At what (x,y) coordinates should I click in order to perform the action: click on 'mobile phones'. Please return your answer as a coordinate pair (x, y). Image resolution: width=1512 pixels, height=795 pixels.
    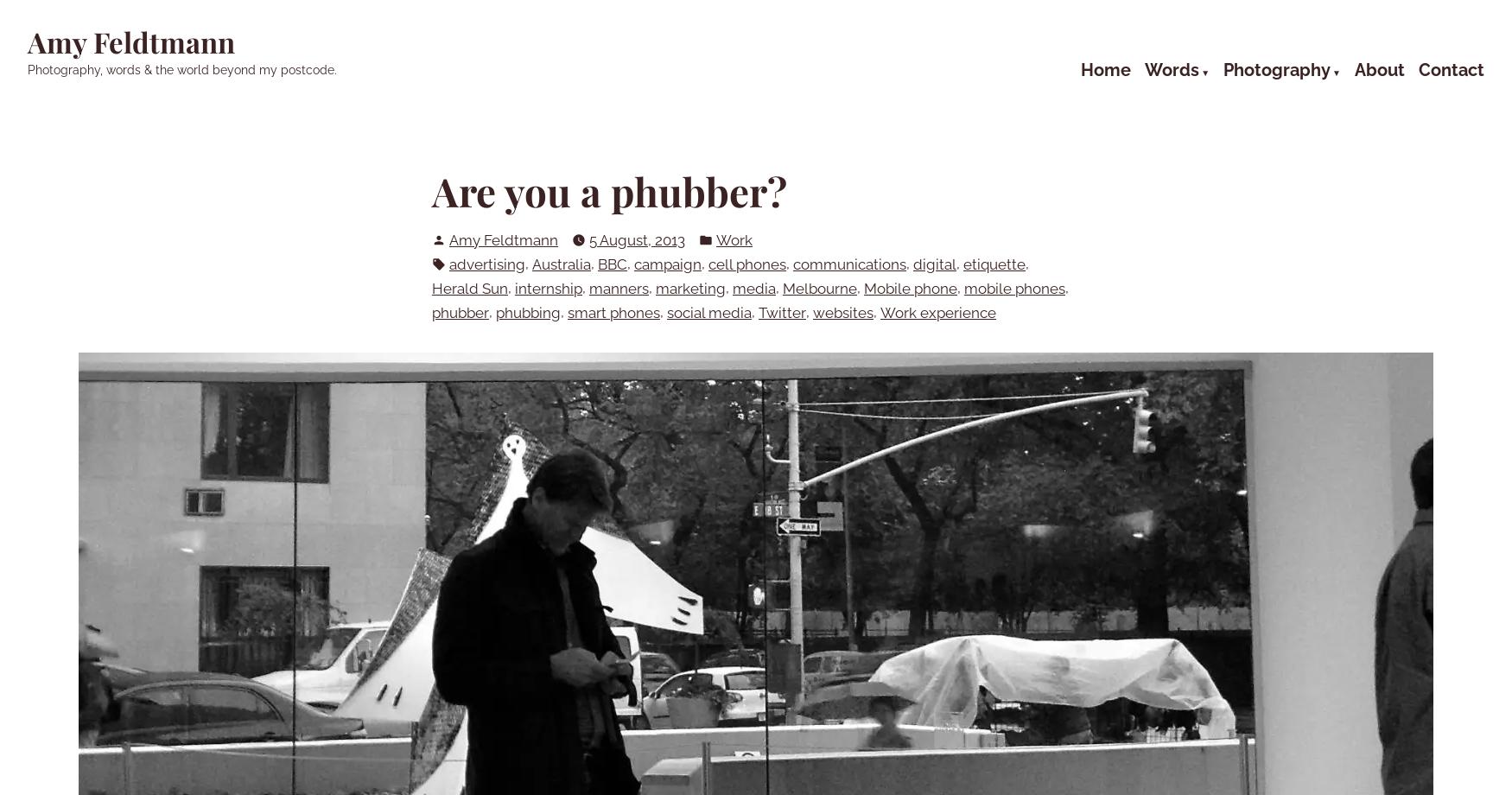
    Looking at the image, I should click on (1013, 288).